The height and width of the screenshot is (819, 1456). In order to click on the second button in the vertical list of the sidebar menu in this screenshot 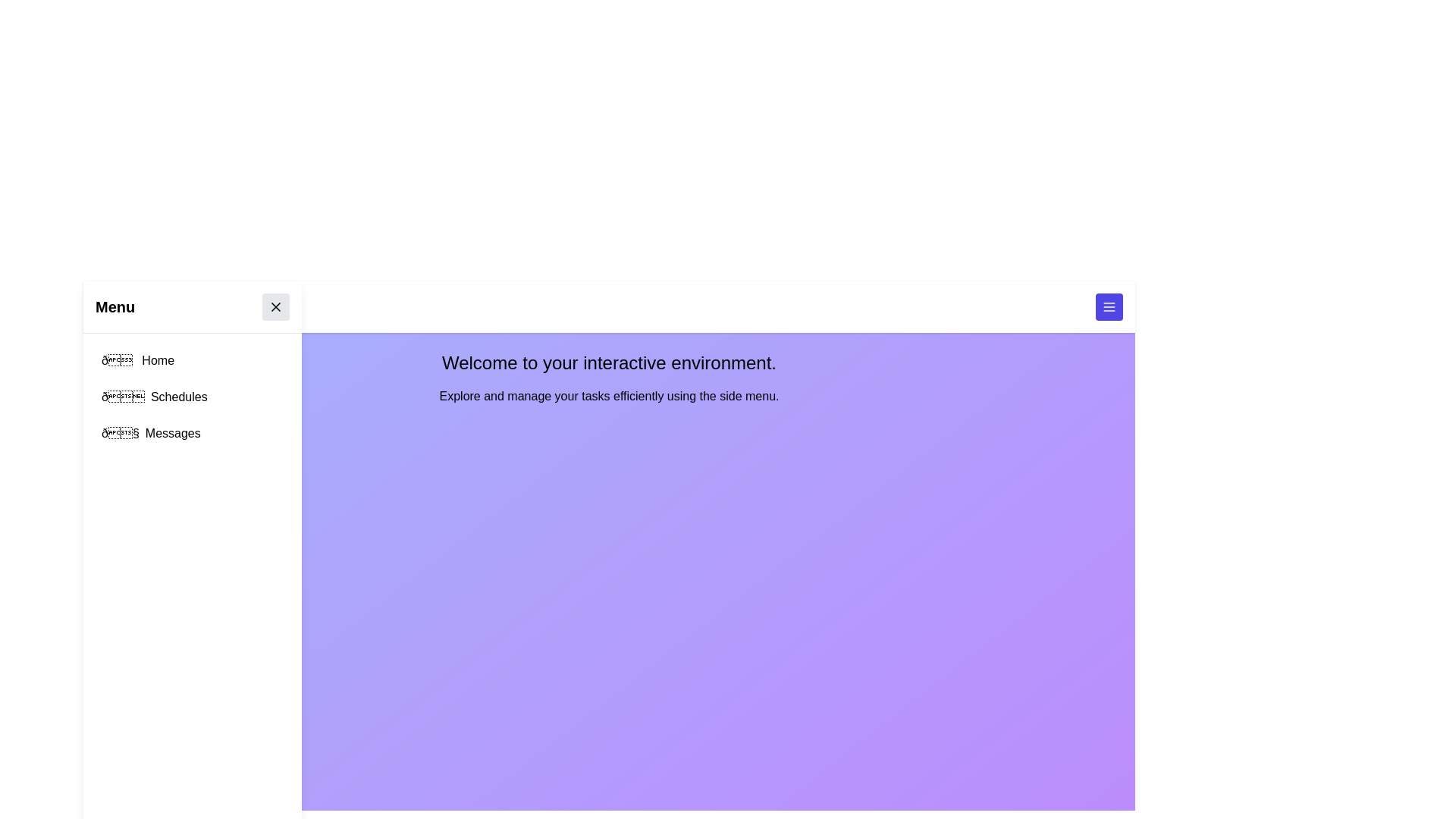, I will do `click(192, 397)`.